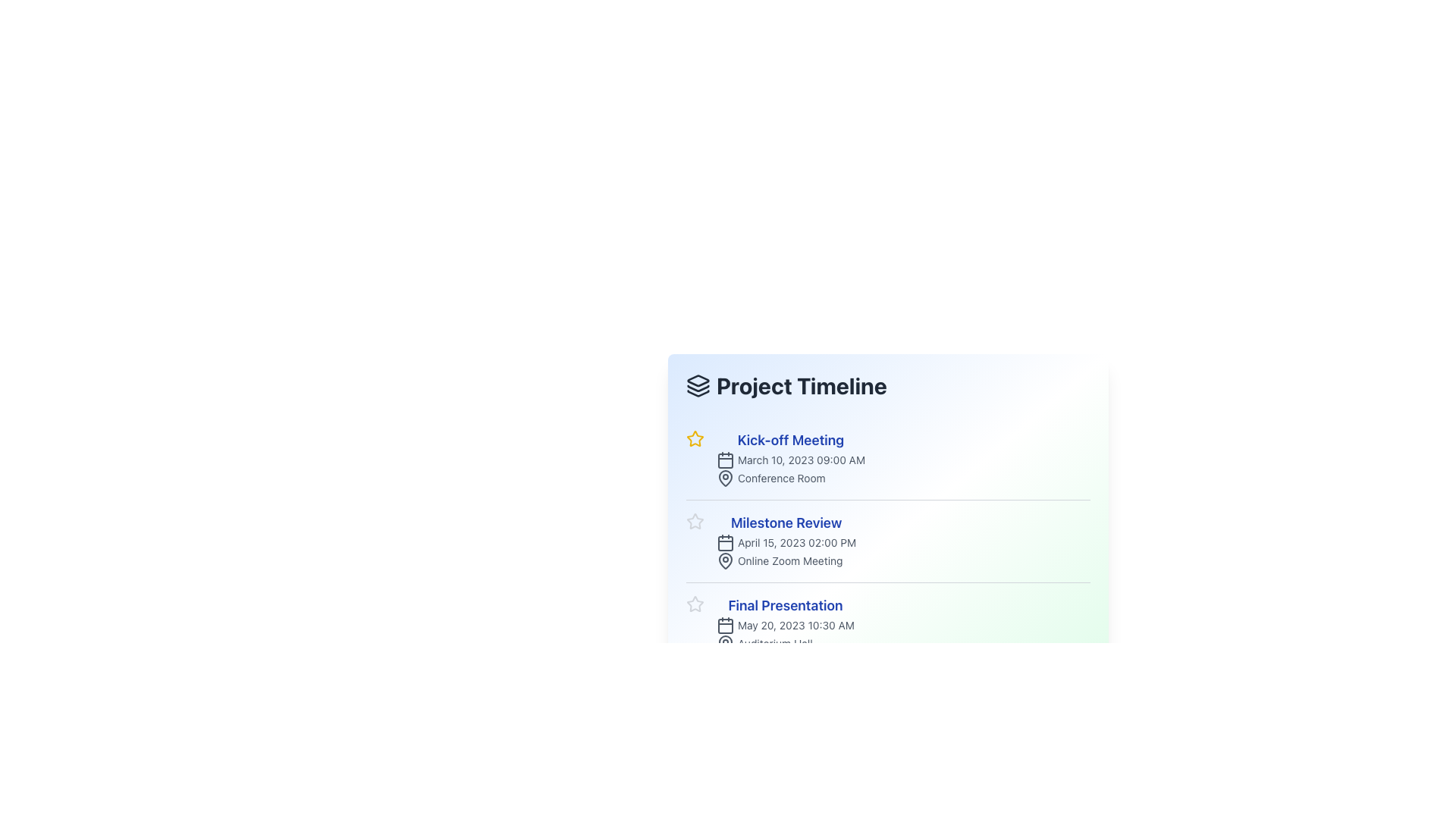  What do you see at coordinates (786, 542) in the screenshot?
I see `the static text label reading 'April 15, 2023 02:00 PM' located under the 'Milestone Review' title in the 'Project Timeline' section` at bounding box center [786, 542].